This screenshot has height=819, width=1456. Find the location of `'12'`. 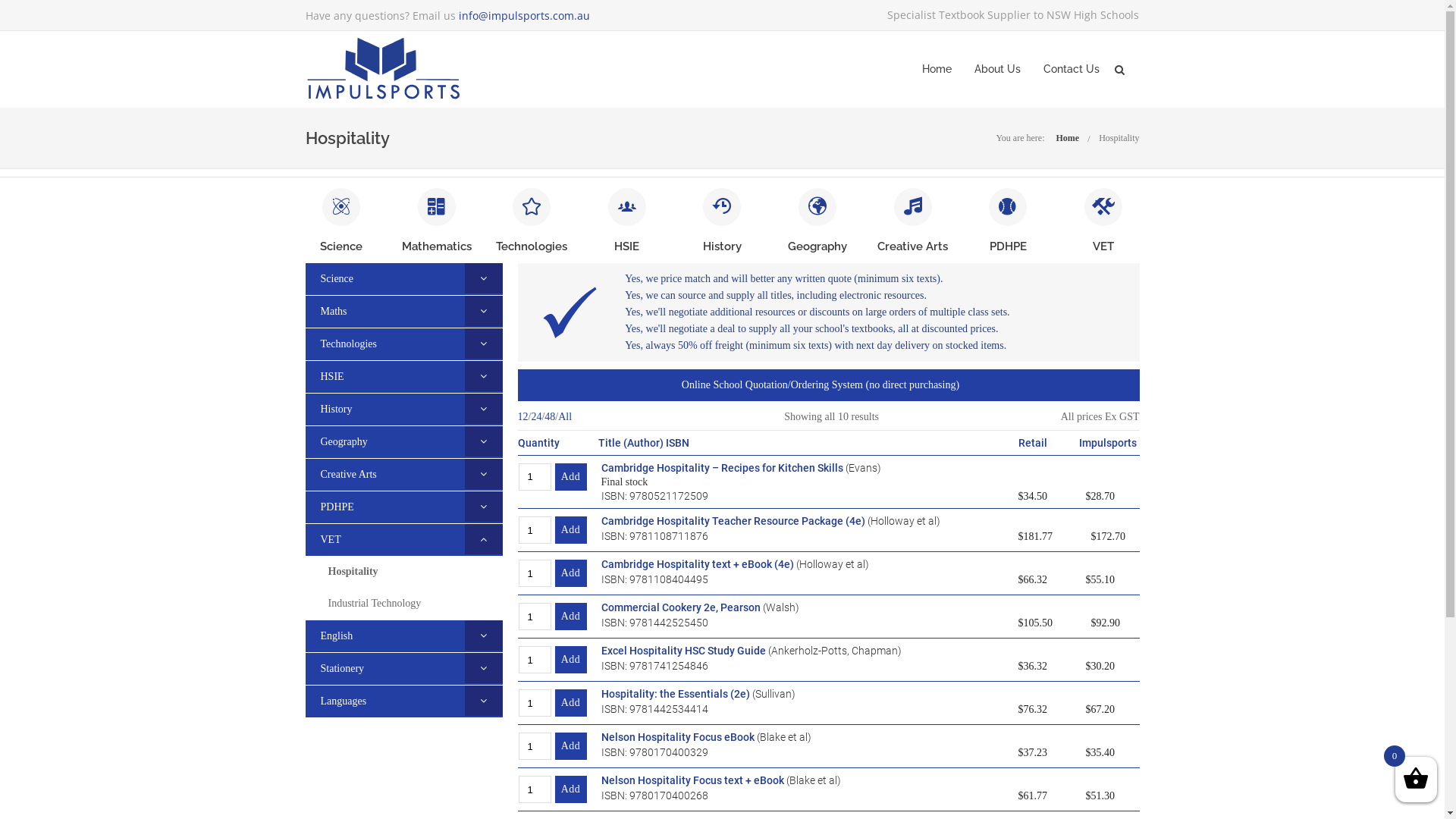

'12' is located at coordinates (522, 417).